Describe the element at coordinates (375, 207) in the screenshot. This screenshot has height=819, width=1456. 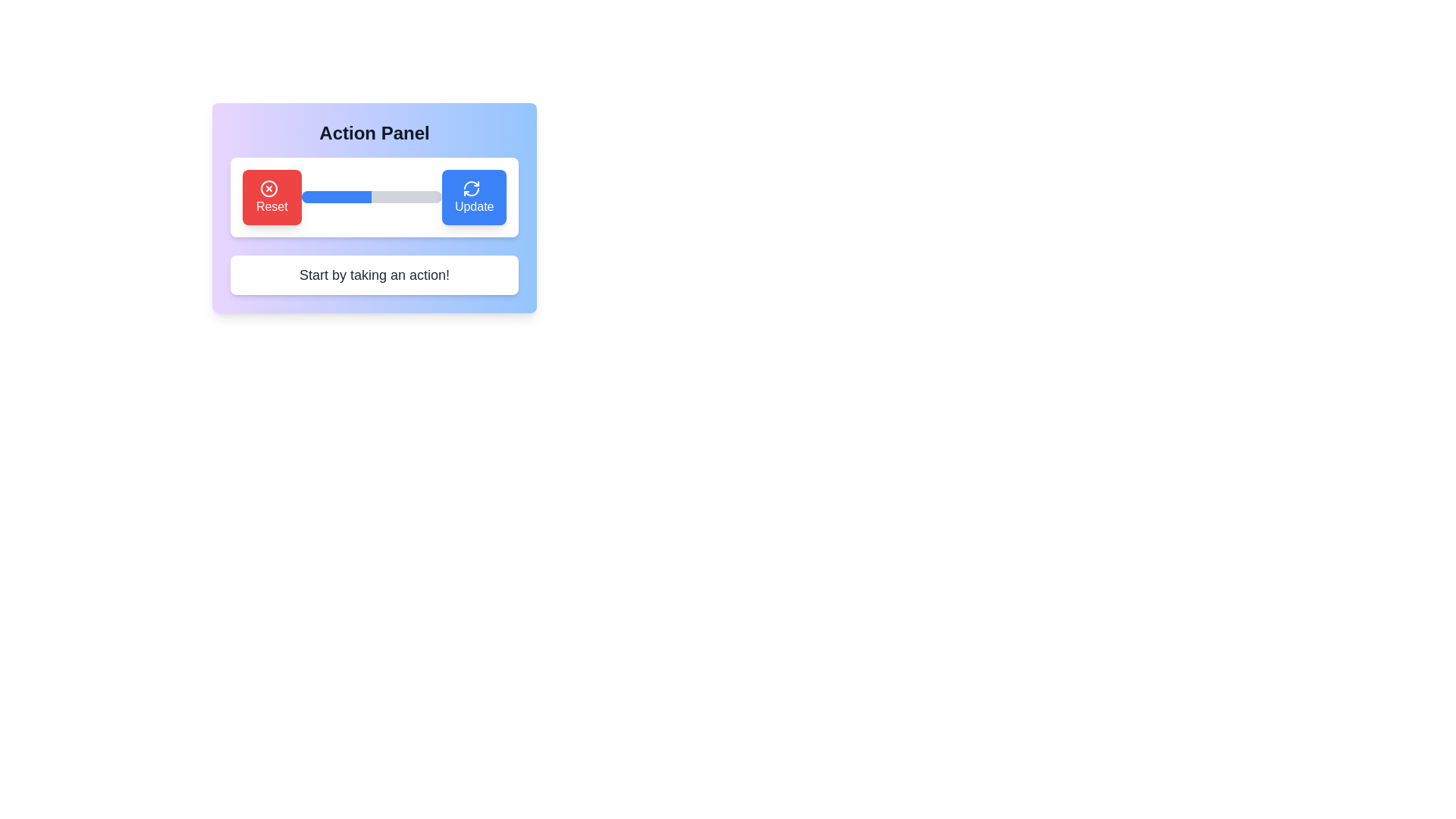
I see `the Interactive Panel element which features a gradient from purple to blue and contains the text 'Action Panel' at the top, with buttons 'Reset' and 'Update'` at that location.